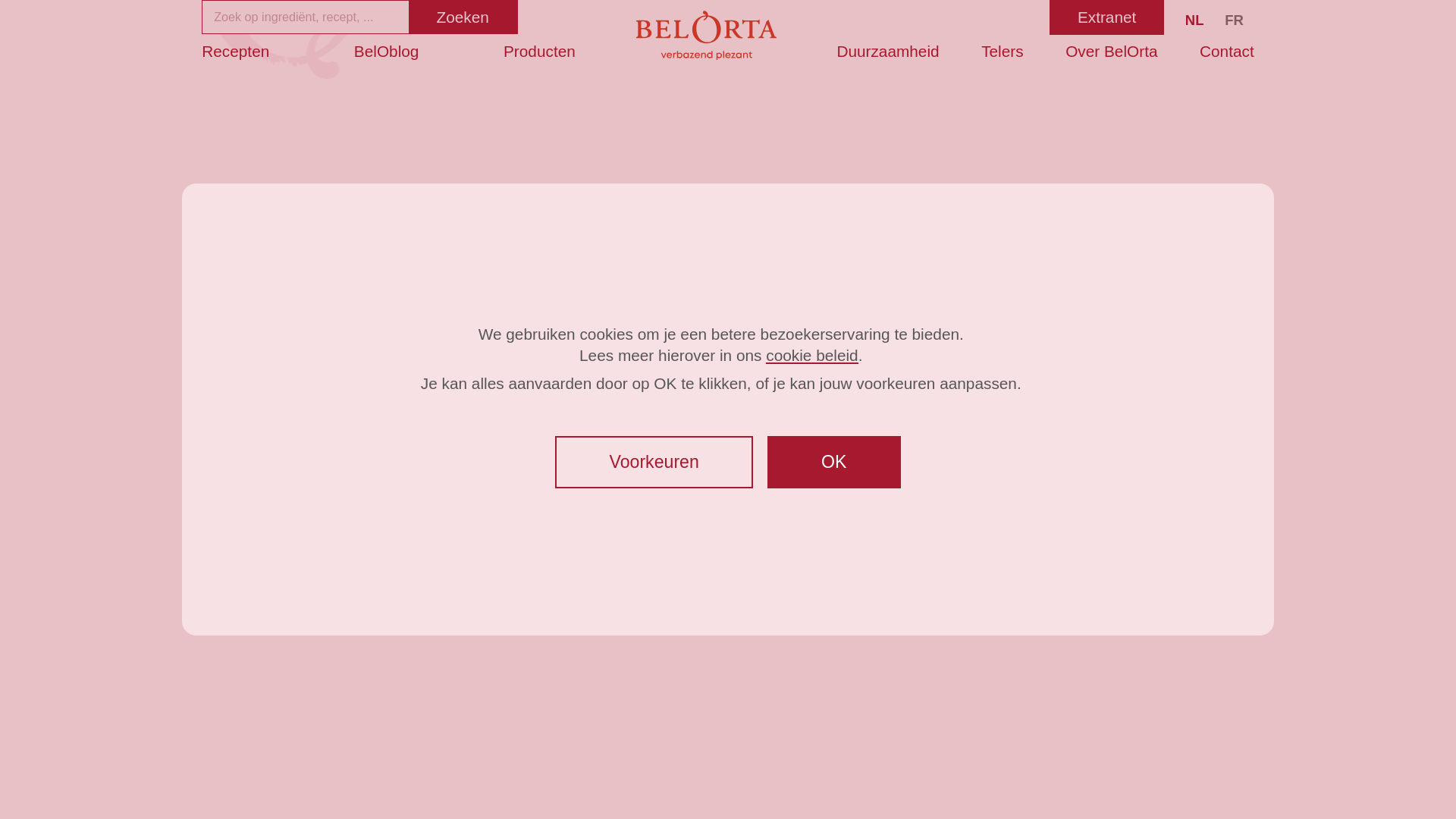 The height and width of the screenshot is (819, 1456). I want to click on 'FR', so click(1234, 20).